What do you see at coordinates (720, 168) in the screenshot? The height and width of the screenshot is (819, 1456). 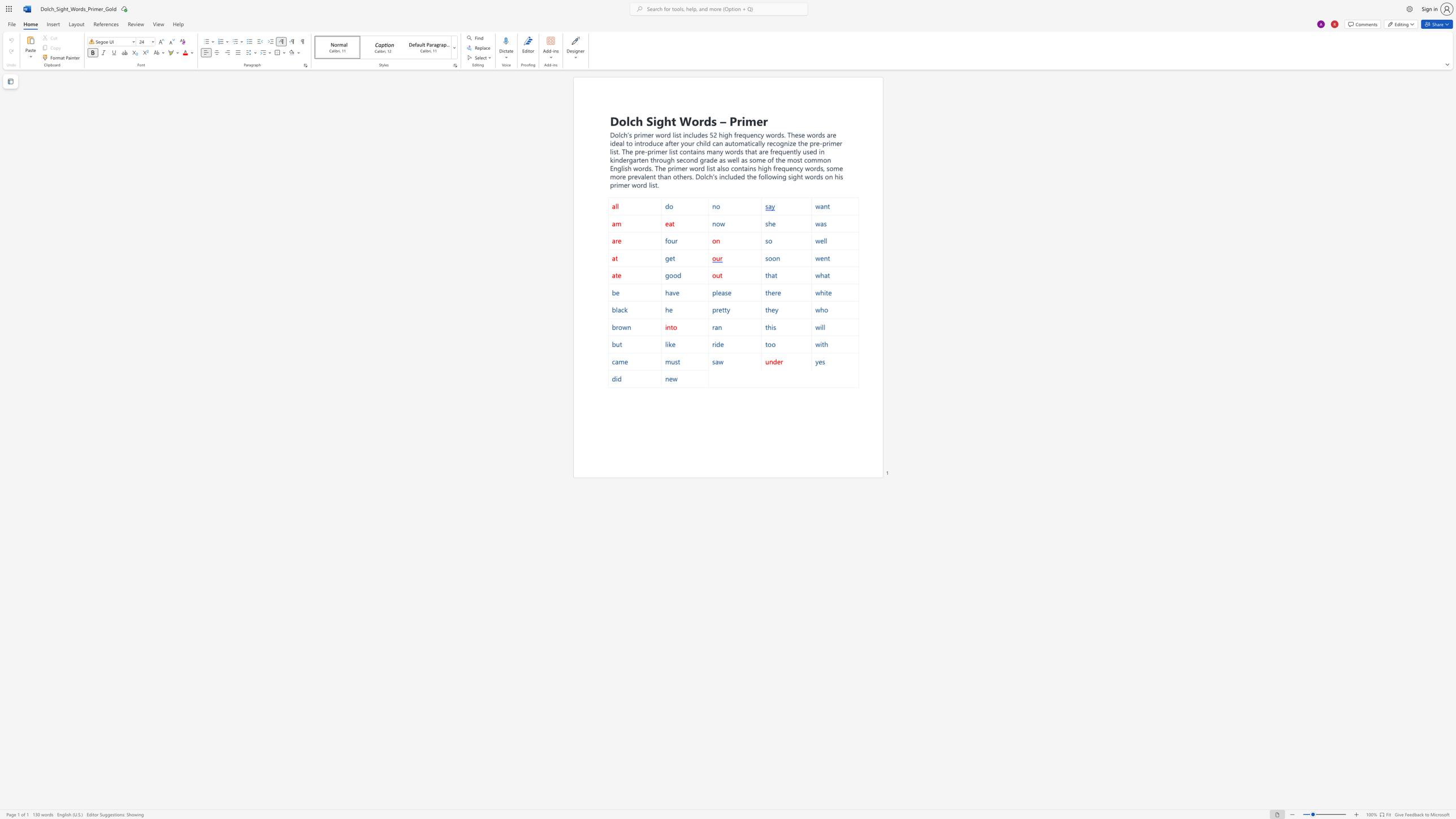 I see `the subset text "ls" within the text "used in kindergarten through second grade as well as some of the most common English words. The primer word list also"` at bounding box center [720, 168].